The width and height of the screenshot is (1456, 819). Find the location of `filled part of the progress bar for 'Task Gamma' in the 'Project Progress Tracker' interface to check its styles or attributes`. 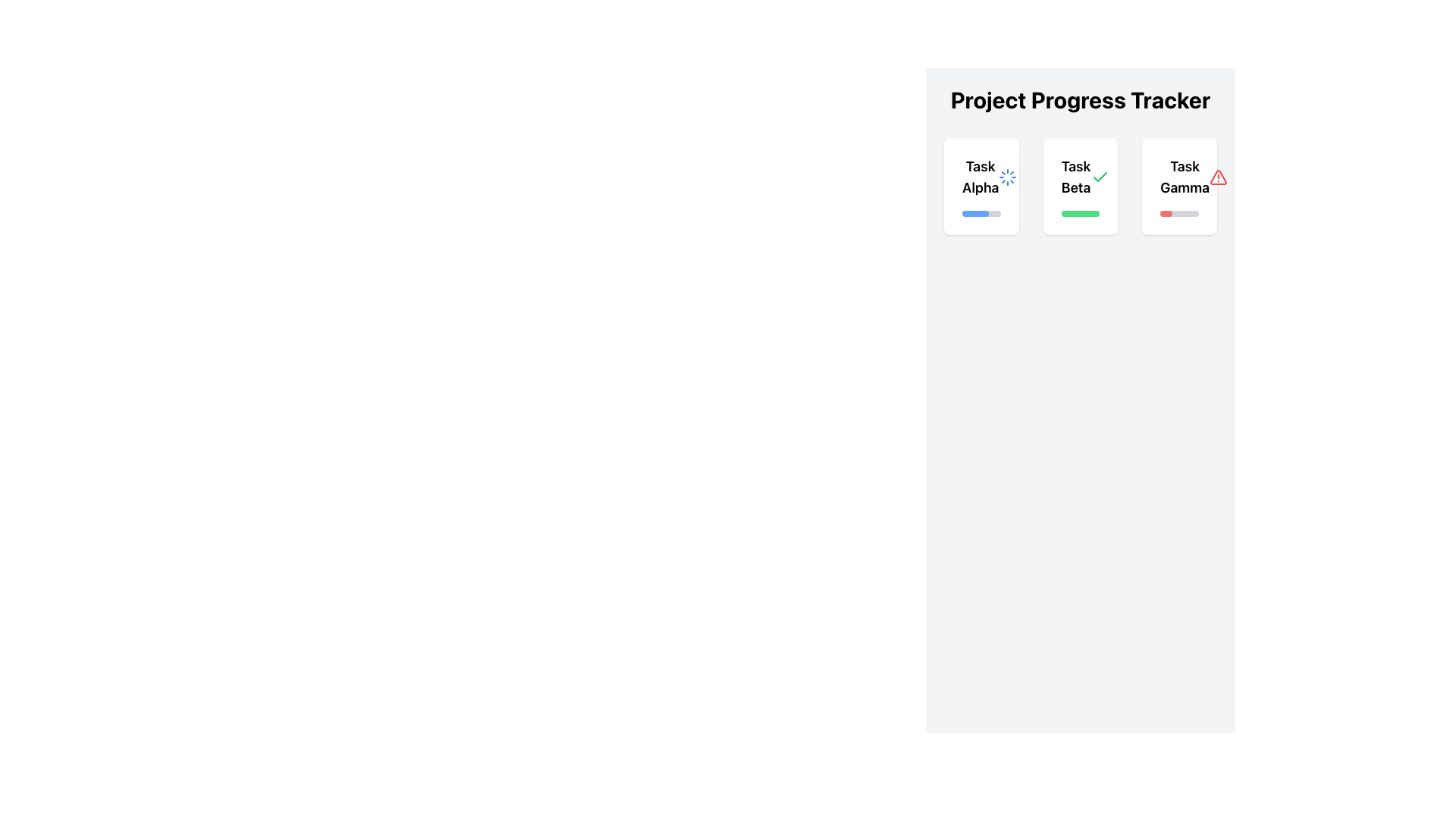

filled part of the progress bar for 'Task Gamma' in the 'Project Progress Tracker' interface to check its styles or attributes is located at coordinates (1165, 213).